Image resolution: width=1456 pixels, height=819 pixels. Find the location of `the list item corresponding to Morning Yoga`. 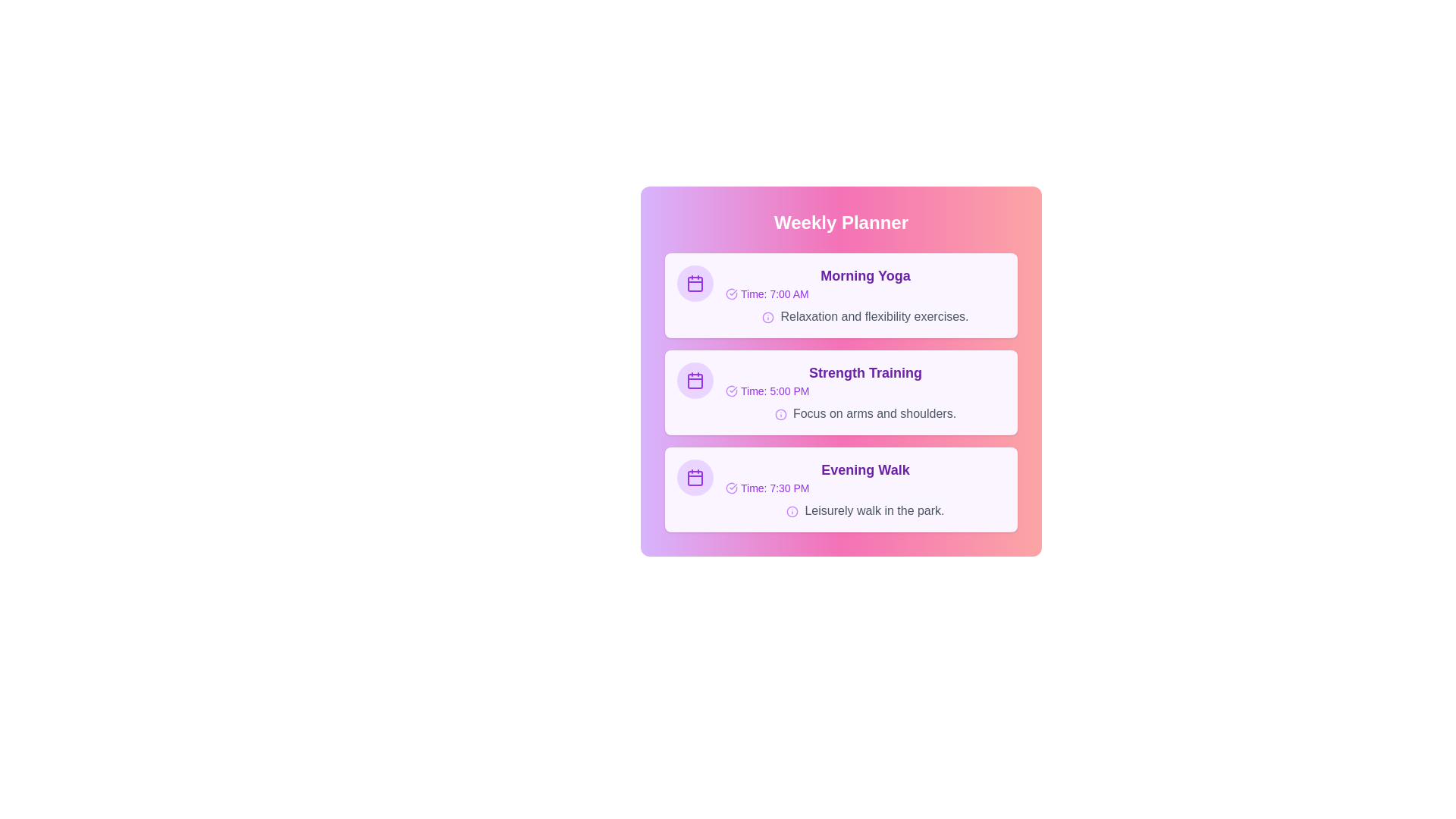

the list item corresponding to Morning Yoga is located at coordinates (840, 295).